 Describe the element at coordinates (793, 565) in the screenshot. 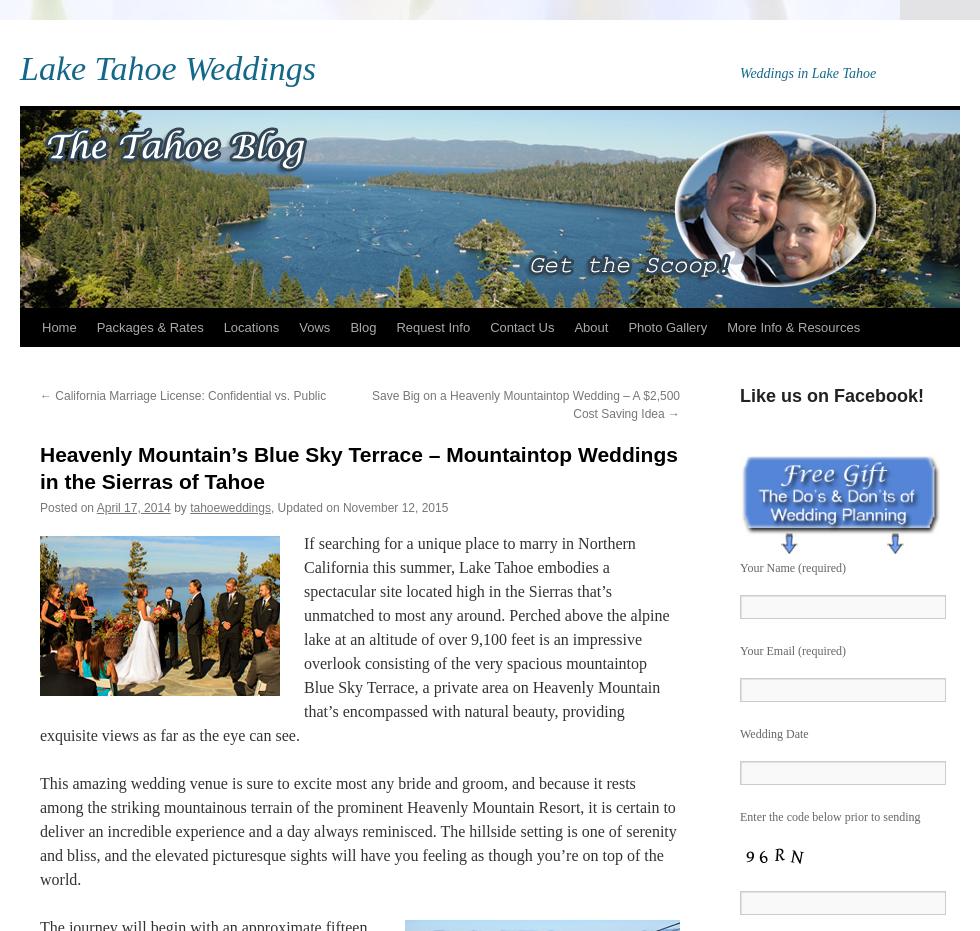

I see `'Your Name (required)'` at that location.